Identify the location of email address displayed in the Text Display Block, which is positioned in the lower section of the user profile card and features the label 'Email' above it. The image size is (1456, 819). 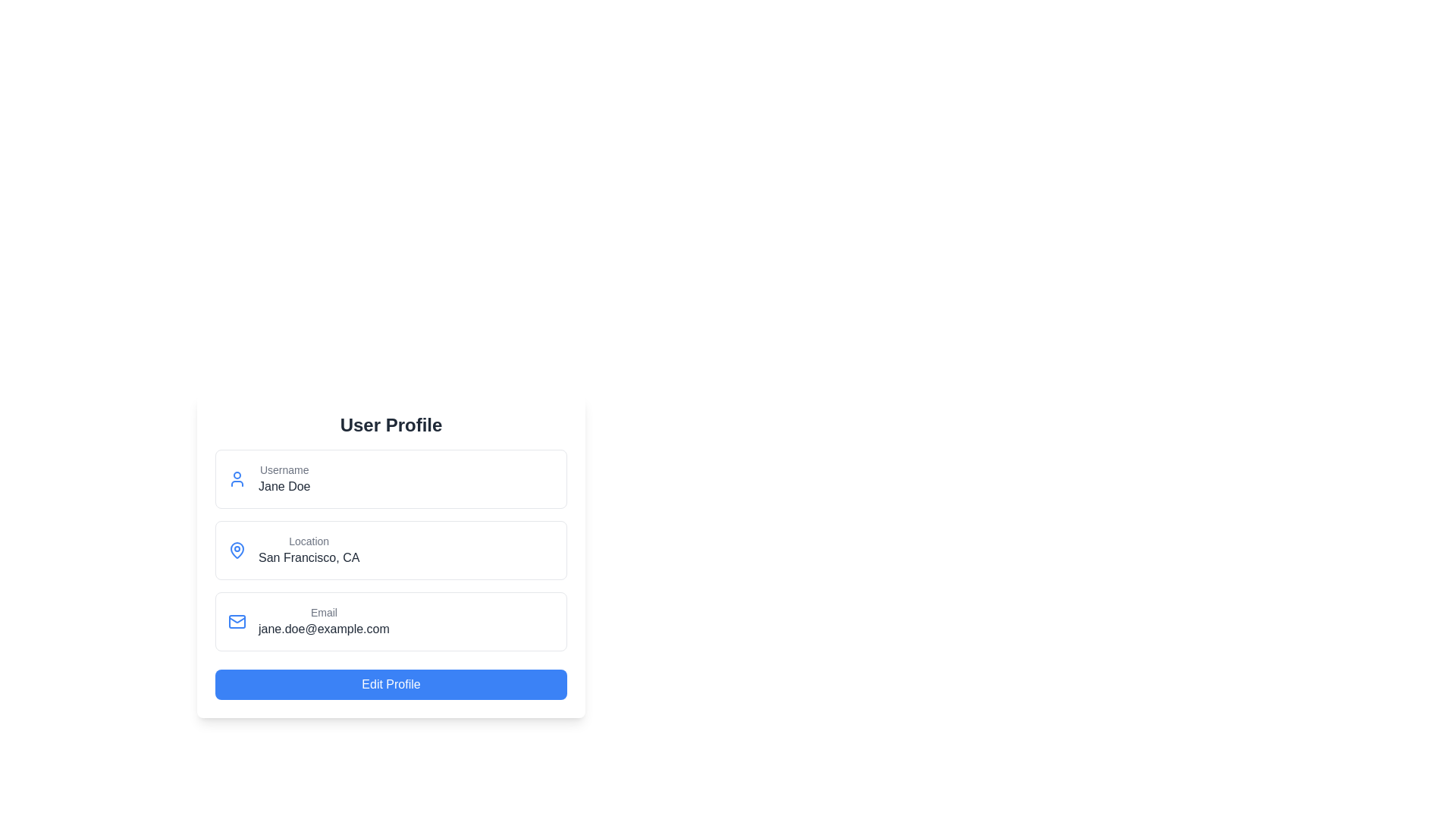
(323, 622).